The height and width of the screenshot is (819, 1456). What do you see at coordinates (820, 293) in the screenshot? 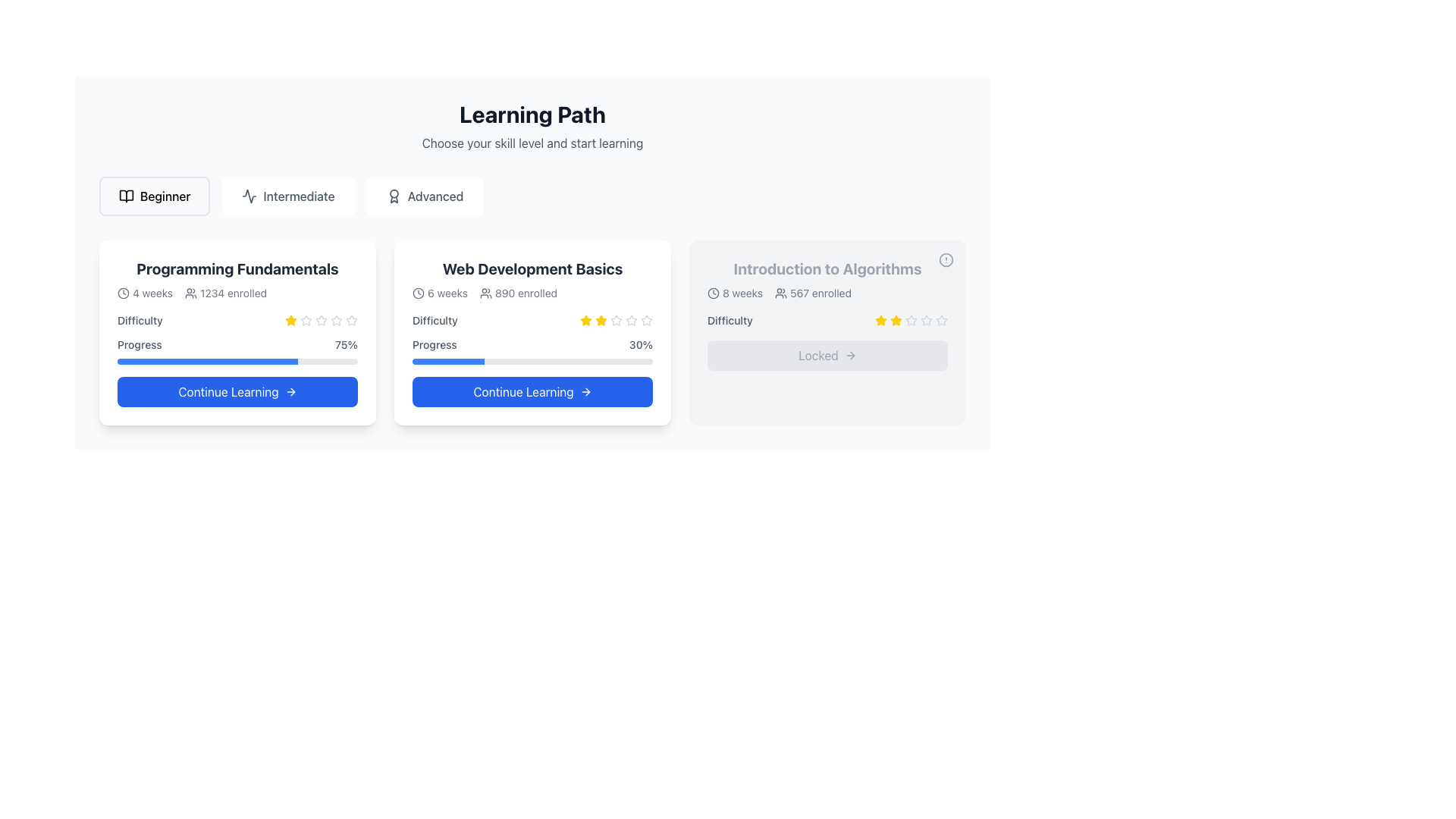
I see `enrollment information displayed as '567 enrolled' in the third card titled 'Introduction to Algorithms'` at bounding box center [820, 293].